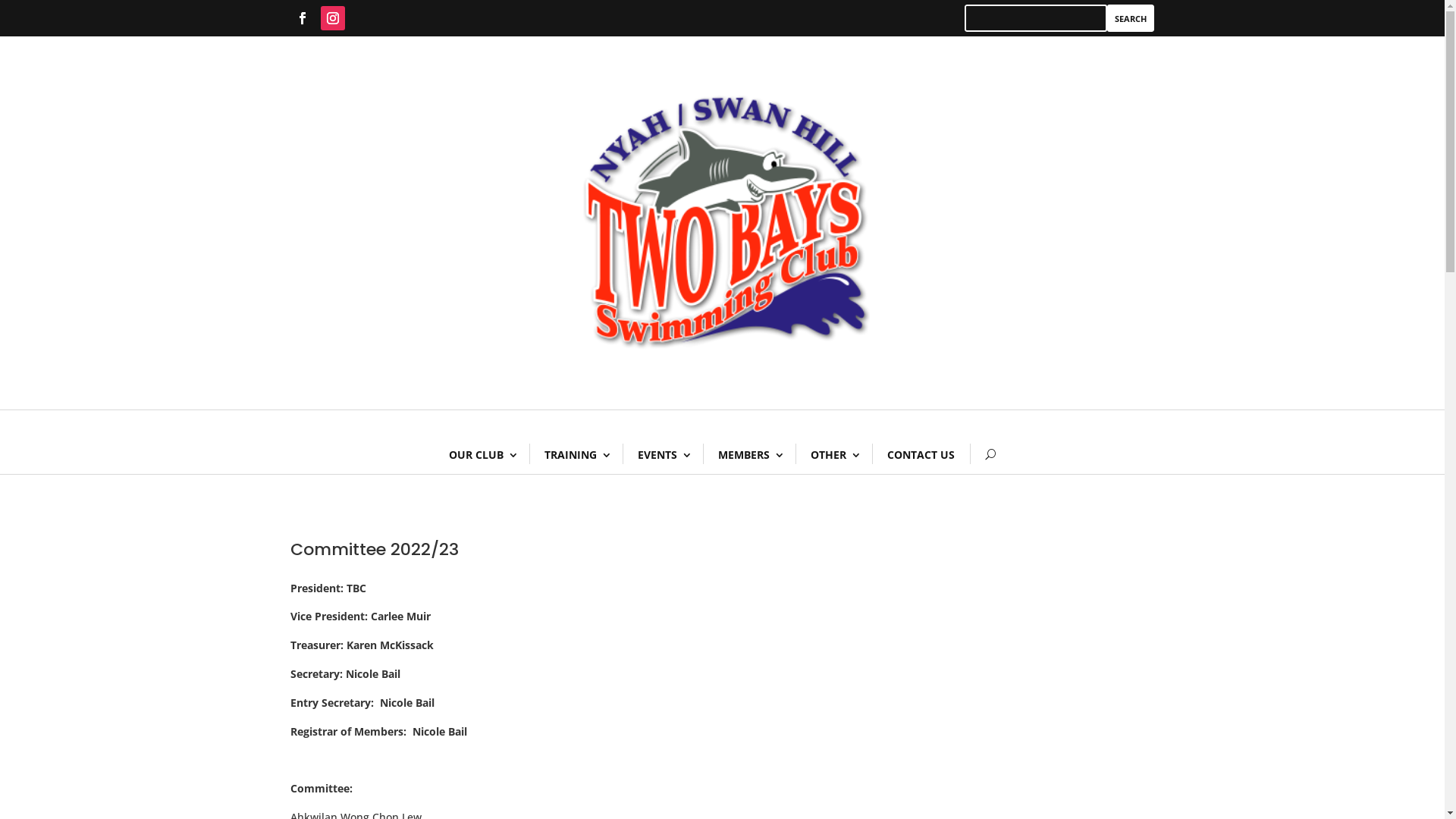 The height and width of the screenshot is (819, 1456). I want to click on 'Follow on Facebook', so click(302, 17).